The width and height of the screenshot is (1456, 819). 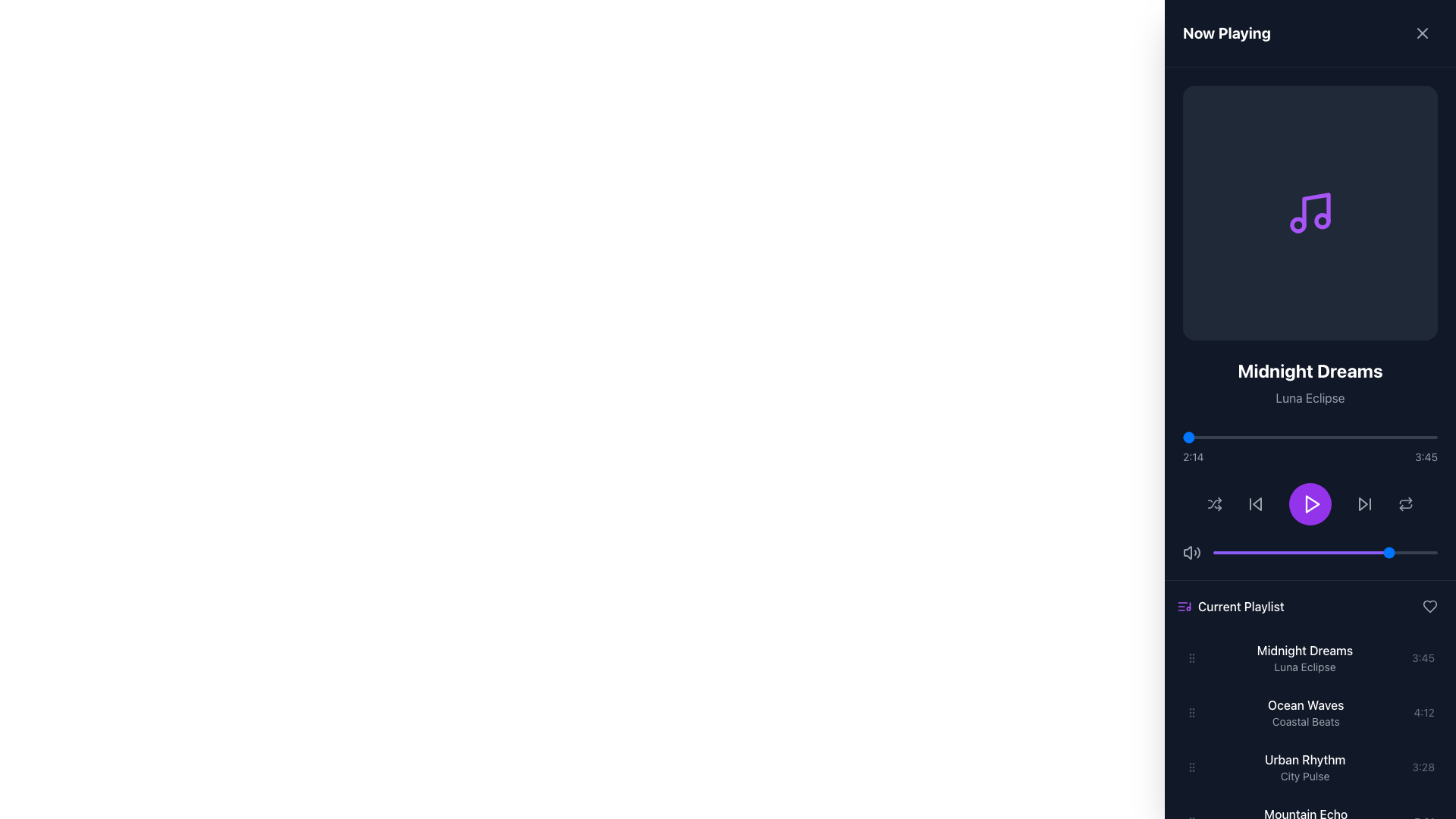 What do you see at coordinates (1304, 760) in the screenshot?
I see `the static text label displaying 'Urban Rhythm' in the 'Current Playlist' section, which is visually distinct with white text on a dark background` at bounding box center [1304, 760].